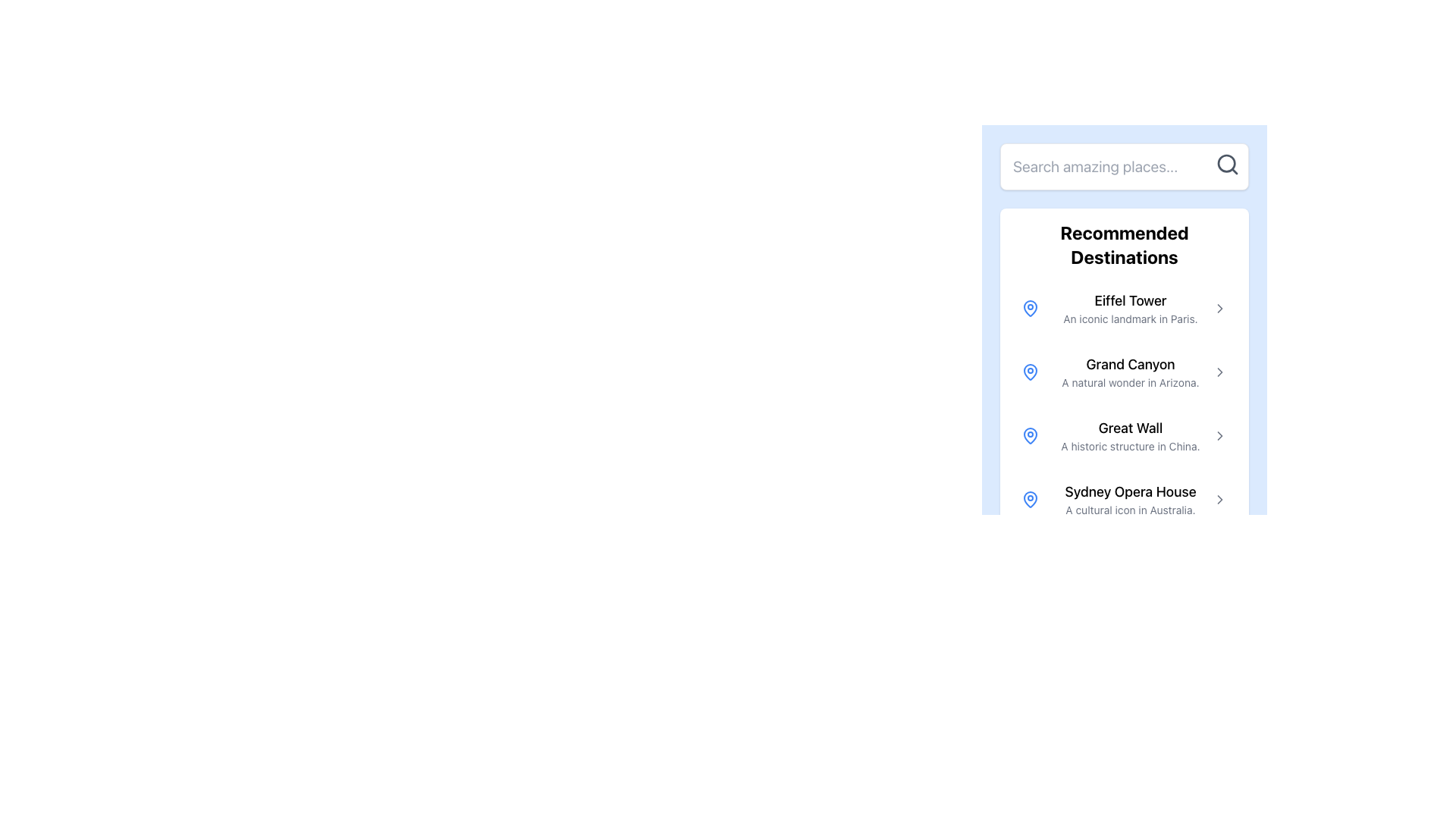 The image size is (1456, 819). What do you see at coordinates (1131, 318) in the screenshot?
I see `the text label that reads 'An iconic landmark in Paris.' which is positioned below the main title 'Eiffel Tower.'` at bounding box center [1131, 318].